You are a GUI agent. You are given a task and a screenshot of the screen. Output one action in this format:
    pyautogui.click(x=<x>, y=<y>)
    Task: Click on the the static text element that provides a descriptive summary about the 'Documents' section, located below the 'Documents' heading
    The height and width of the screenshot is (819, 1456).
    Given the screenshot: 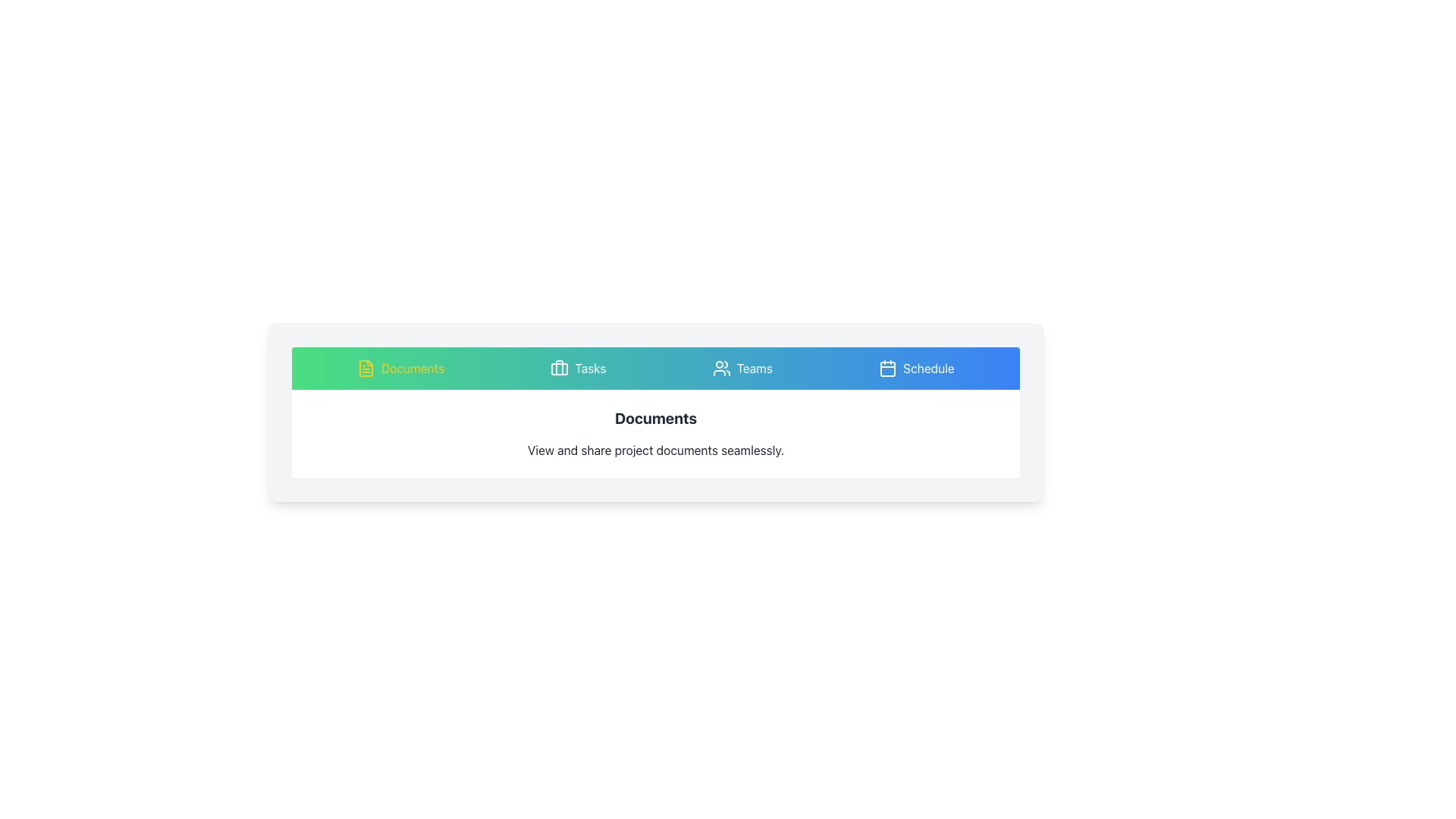 What is the action you would take?
    pyautogui.click(x=655, y=450)
    